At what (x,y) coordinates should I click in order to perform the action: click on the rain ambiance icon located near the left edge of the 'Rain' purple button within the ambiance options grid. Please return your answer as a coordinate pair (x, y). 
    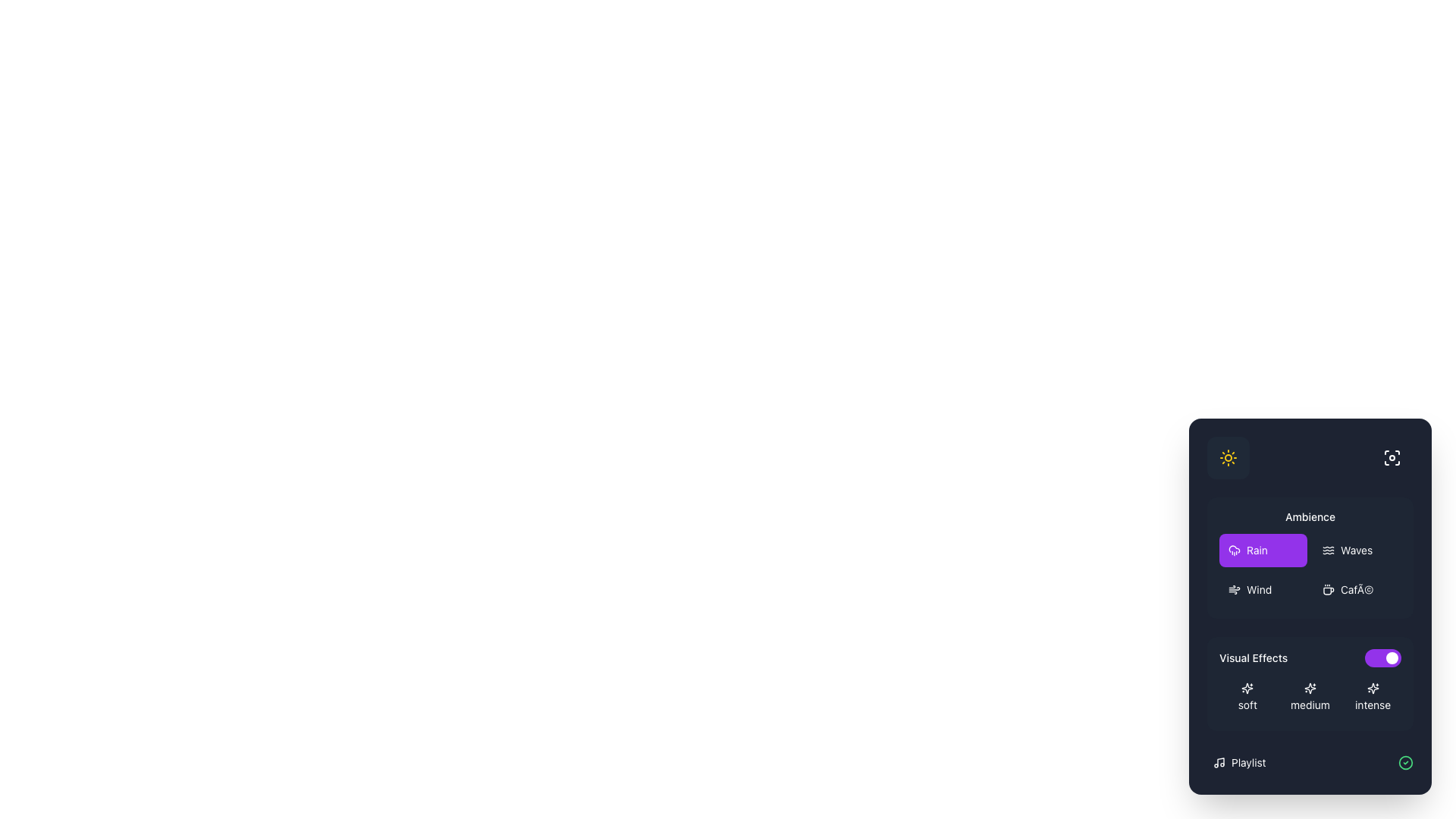
    Looking at the image, I should click on (1234, 550).